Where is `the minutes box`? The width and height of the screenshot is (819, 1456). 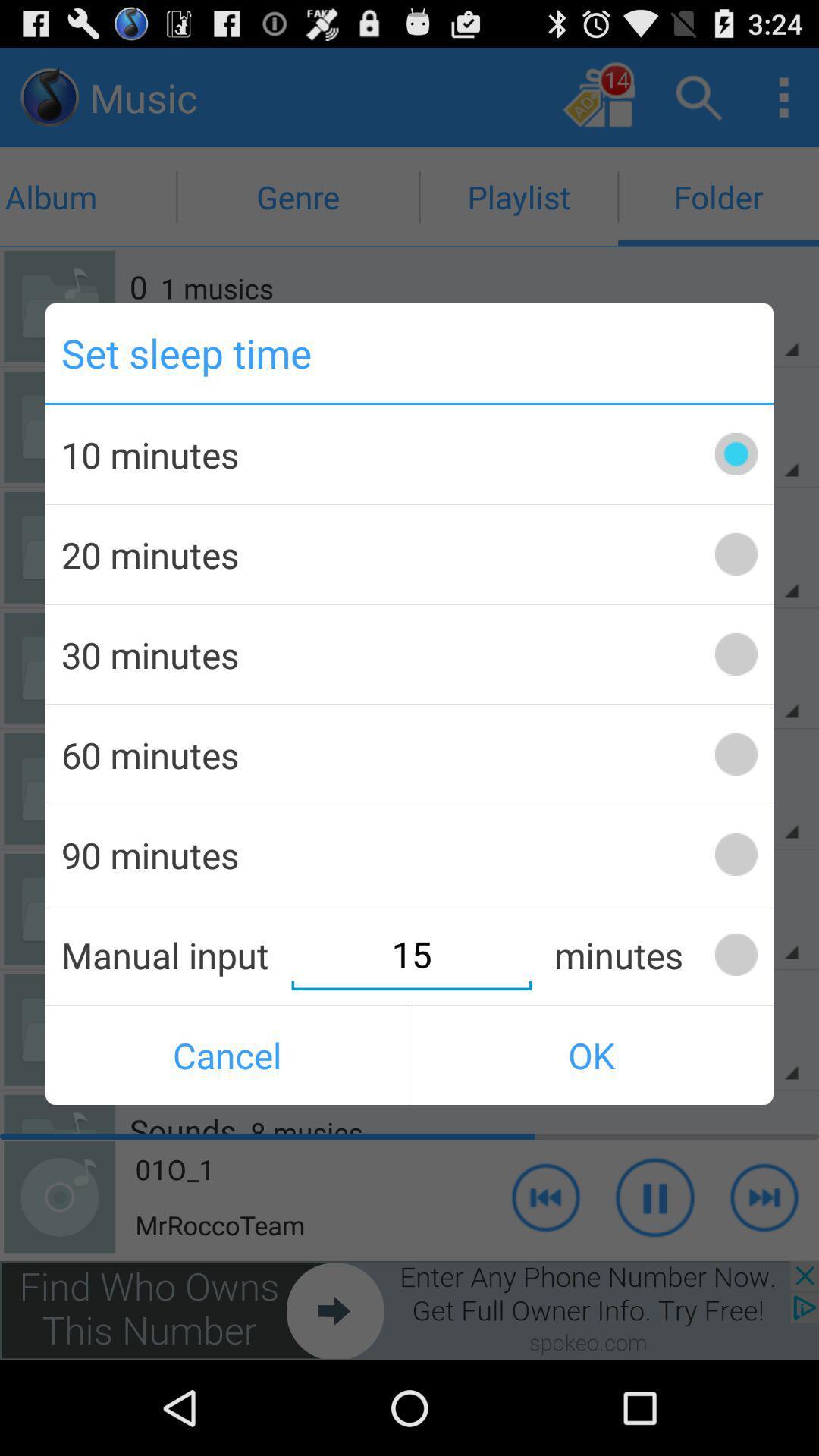
the minutes box is located at coordinates (735, 954).